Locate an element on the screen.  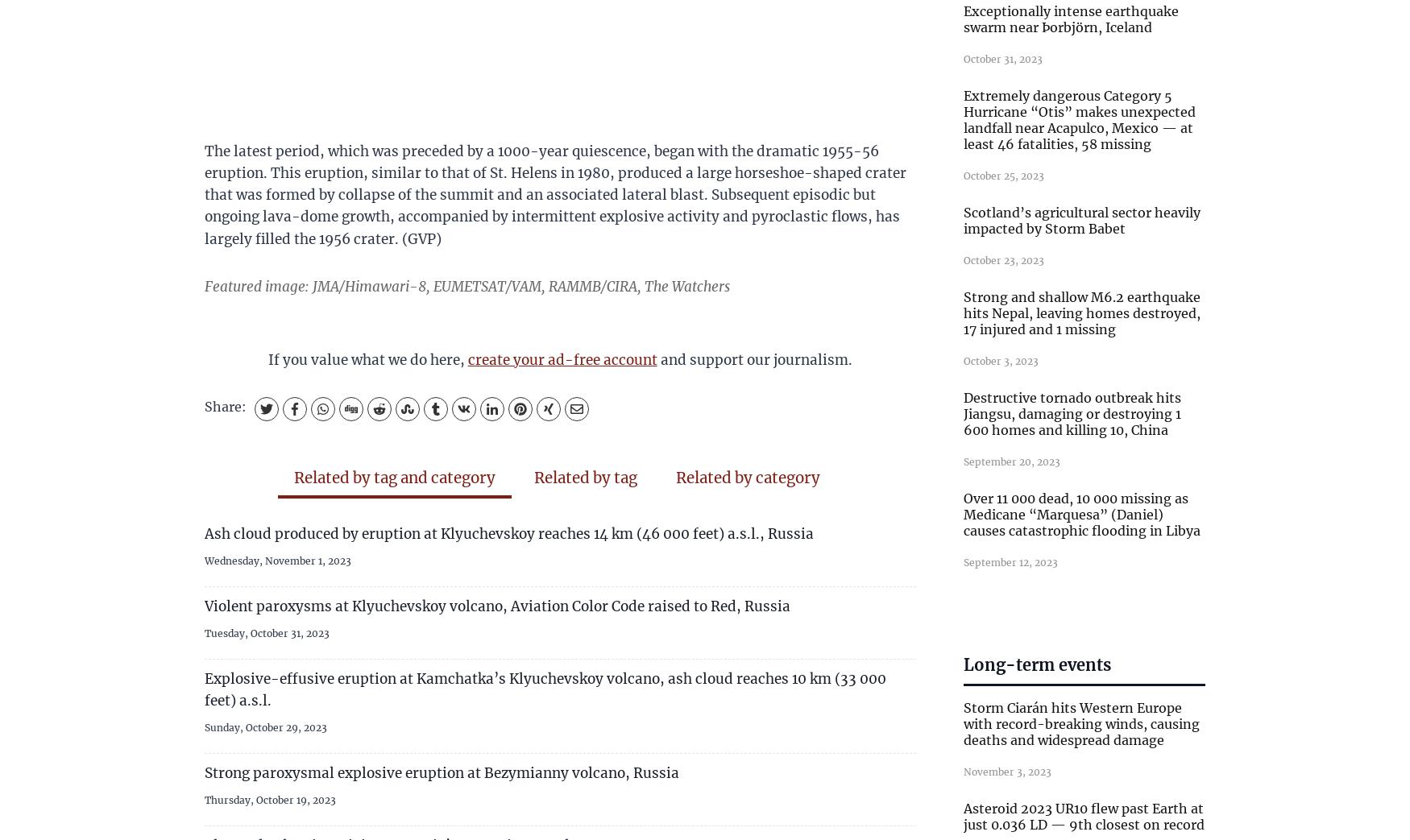
'Thursday, October 19, 2023' is located at coordinates (203, 800).